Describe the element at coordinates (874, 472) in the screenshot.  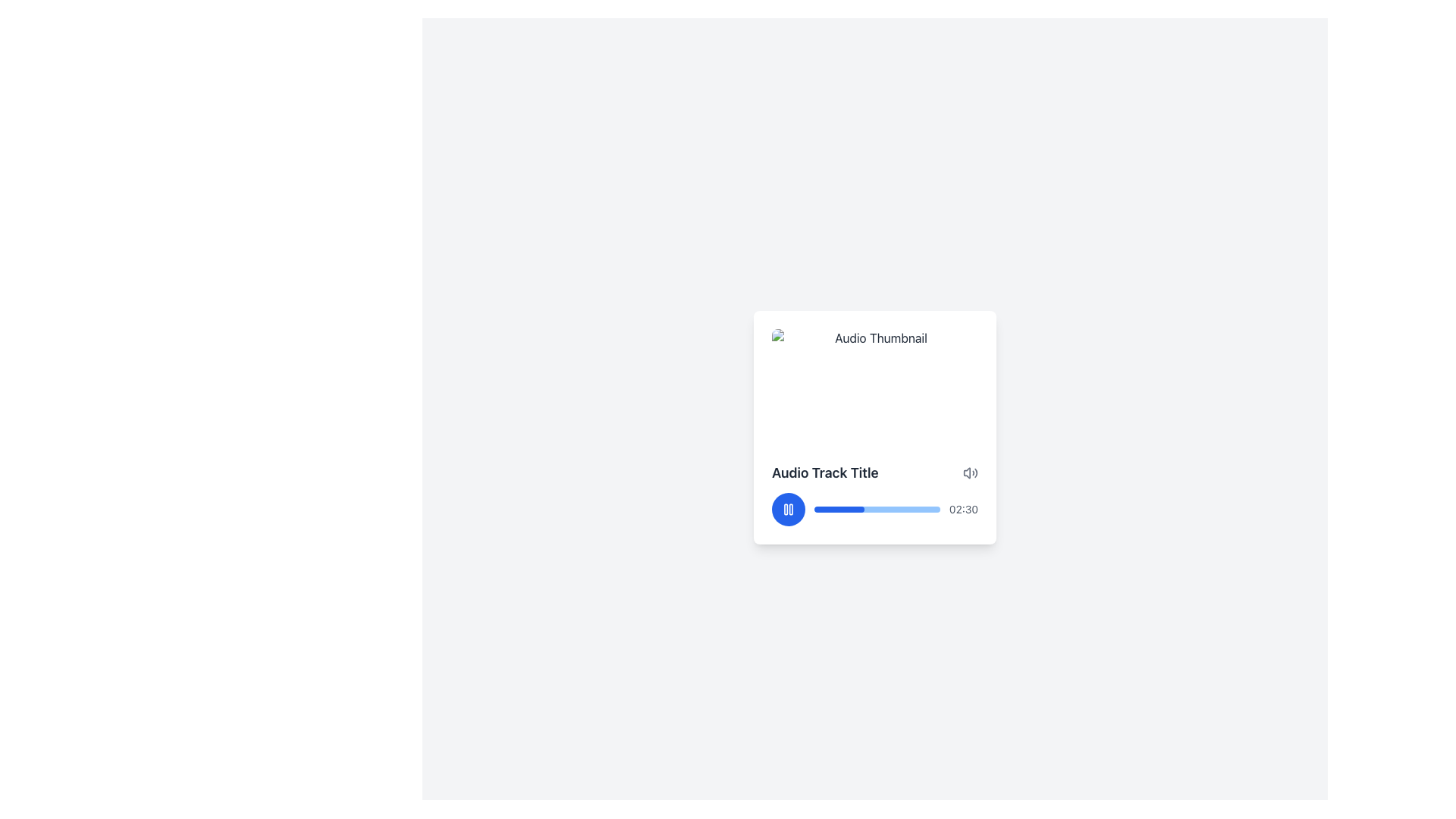
I see `the Text Display element that shows the title of the audio track, located in the center-right of the interface above the audio controls` at that location.